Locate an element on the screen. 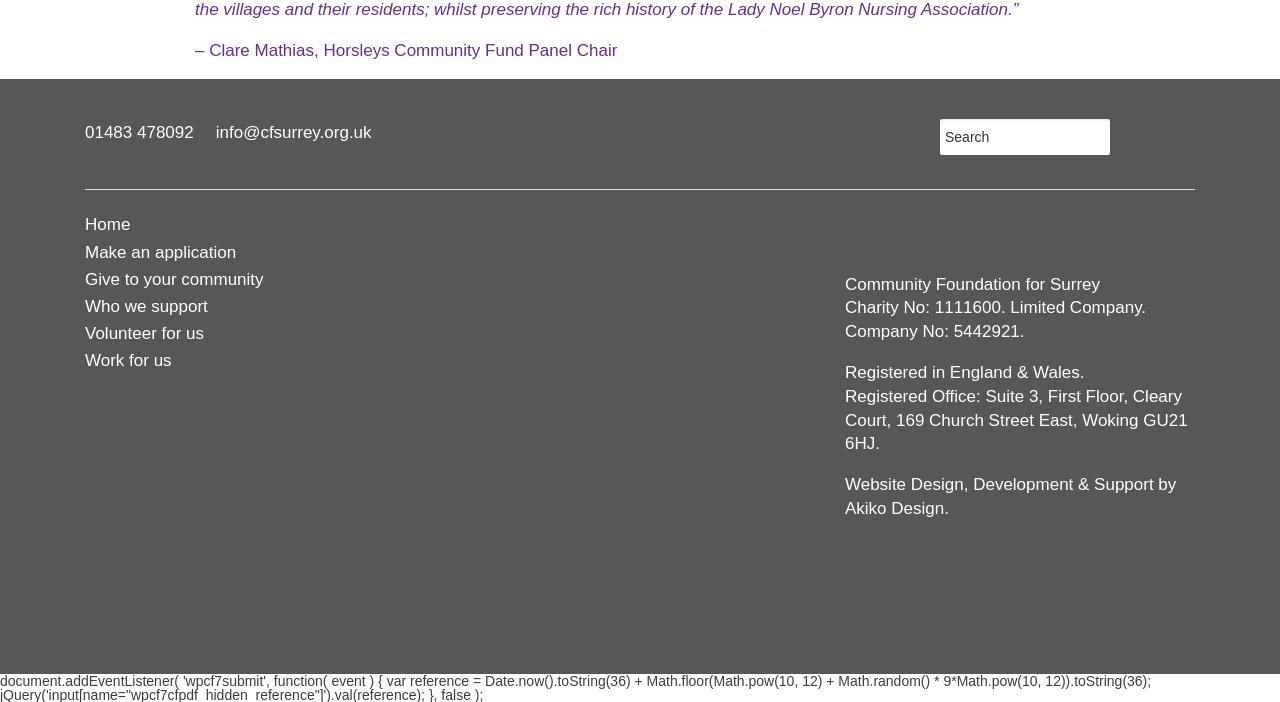 The height and width of the screenshot is (702, 1280). 'Who we support' is located at coordinates (145, 305).